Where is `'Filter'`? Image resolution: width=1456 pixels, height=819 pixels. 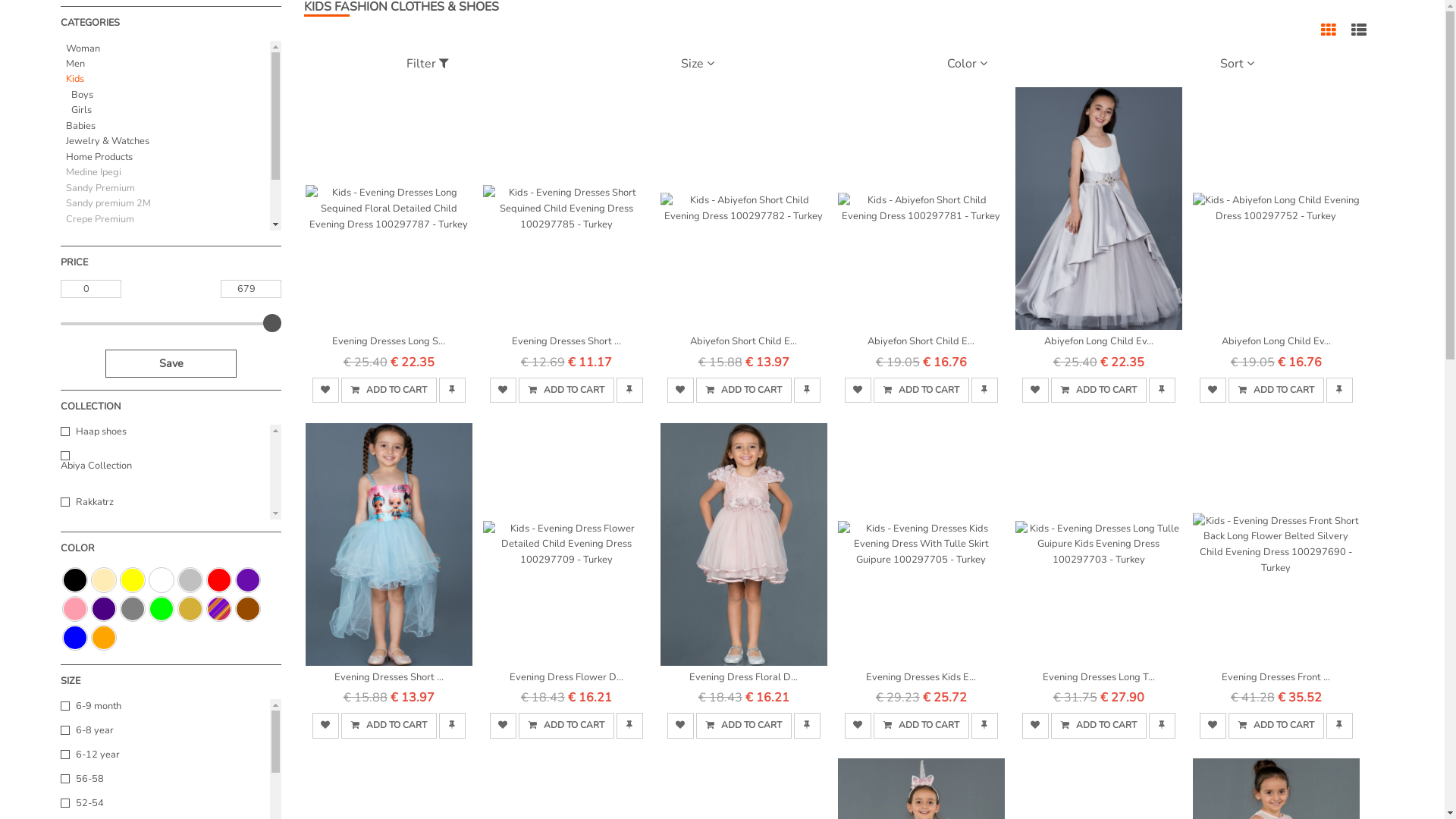
'Filter' is located at coordinates (427, 63).